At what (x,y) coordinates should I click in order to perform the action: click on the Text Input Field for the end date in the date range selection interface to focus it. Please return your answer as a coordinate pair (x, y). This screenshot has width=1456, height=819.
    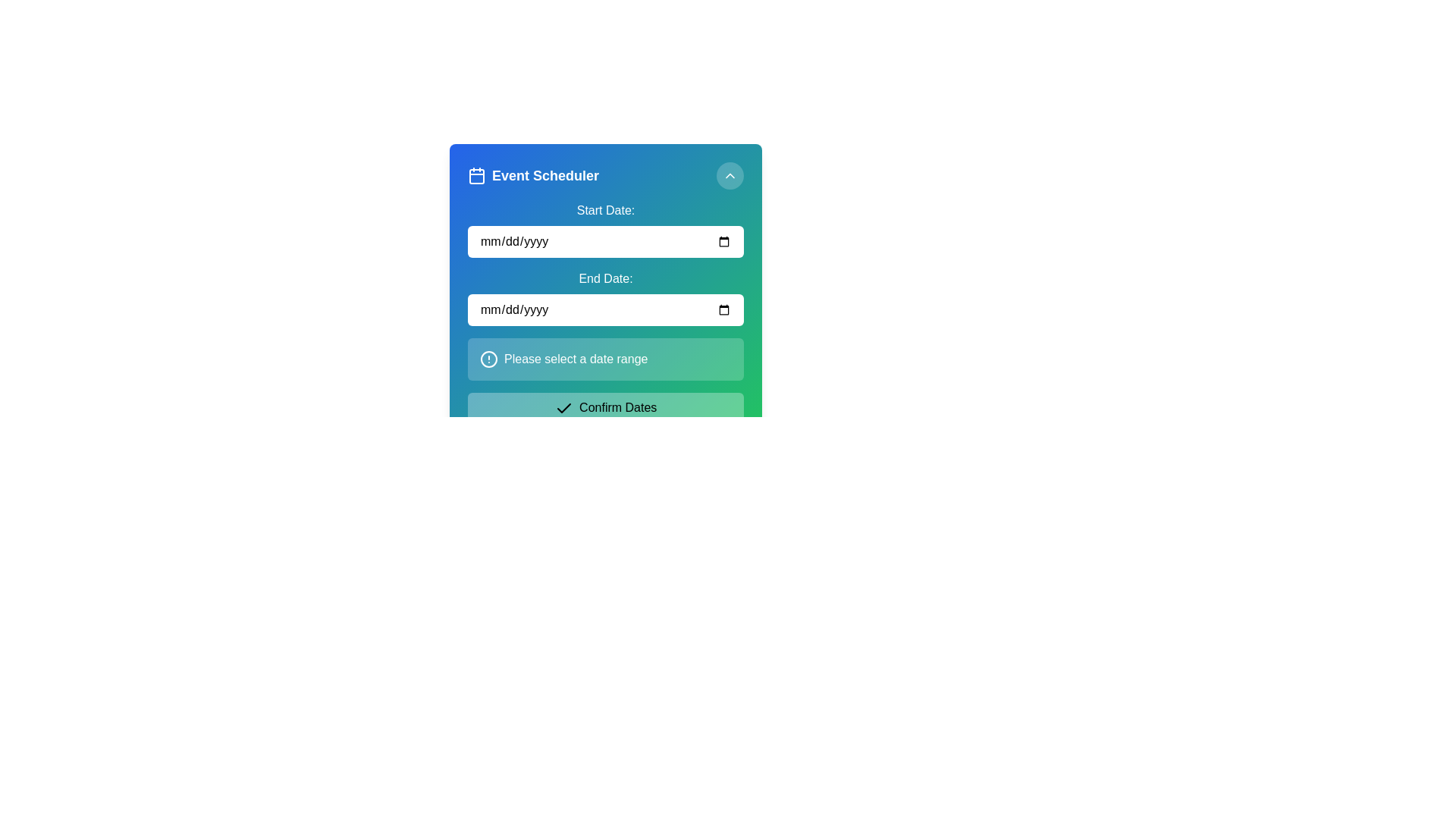
    Looking at the image, I should click on (604, 292).